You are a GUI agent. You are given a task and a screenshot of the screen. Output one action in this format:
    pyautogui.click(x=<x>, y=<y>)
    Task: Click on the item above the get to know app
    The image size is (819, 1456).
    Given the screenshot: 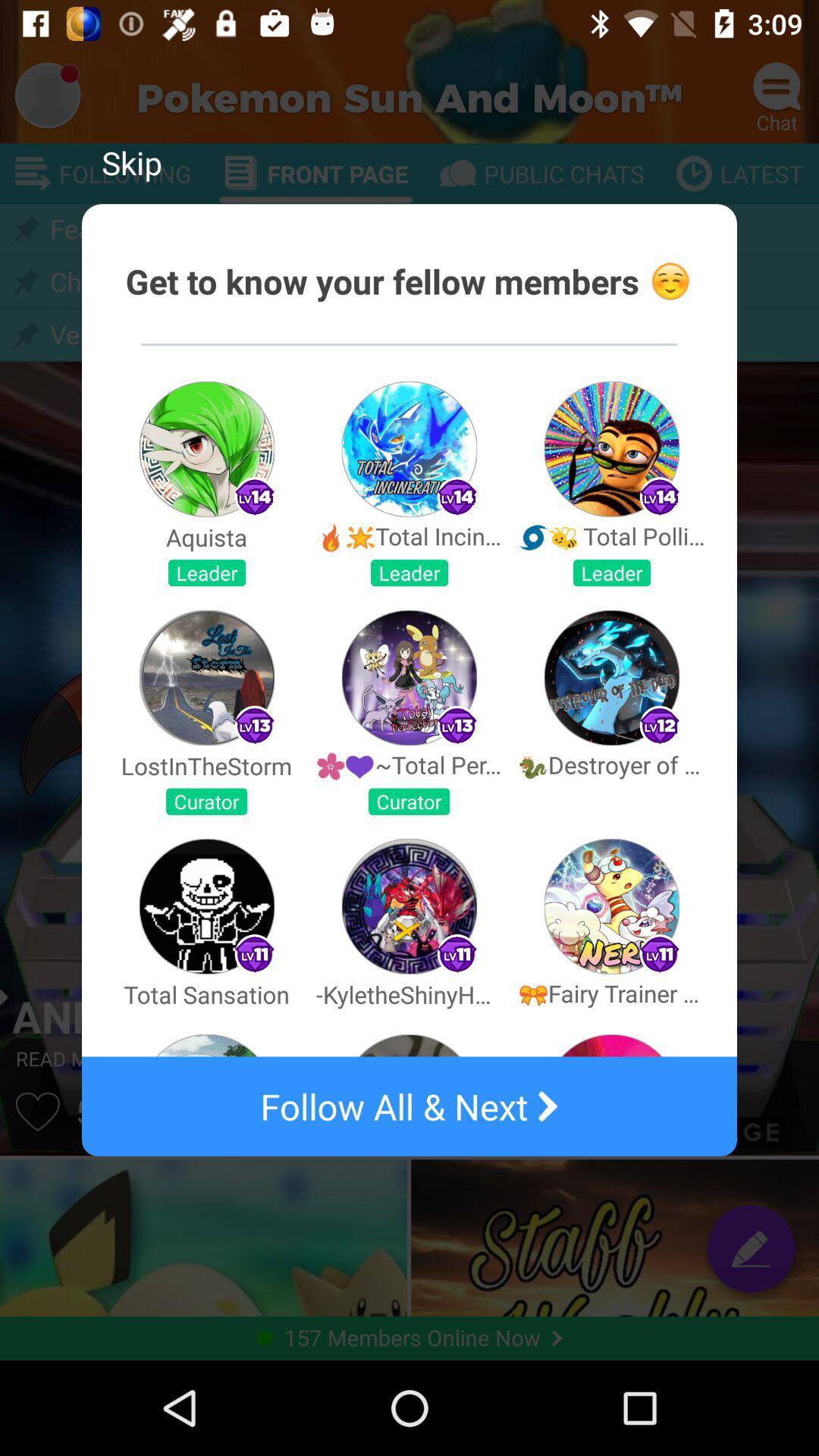 What is the action you would take?
    pyautogui.click(x=130, y=162)
    